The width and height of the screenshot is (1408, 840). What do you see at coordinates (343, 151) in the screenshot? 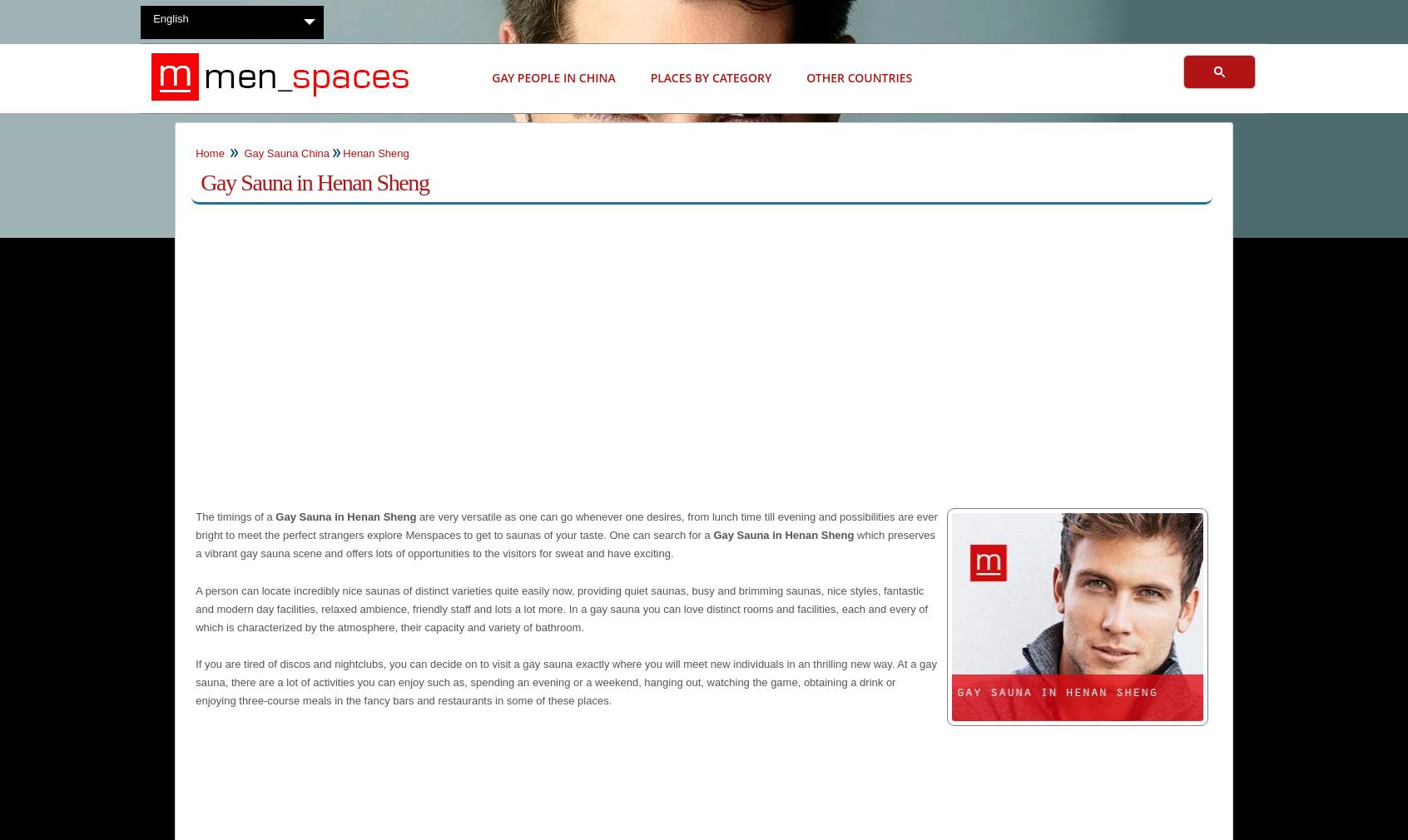
I see `'Henan Sheng'` at bounding box center [343, 151].